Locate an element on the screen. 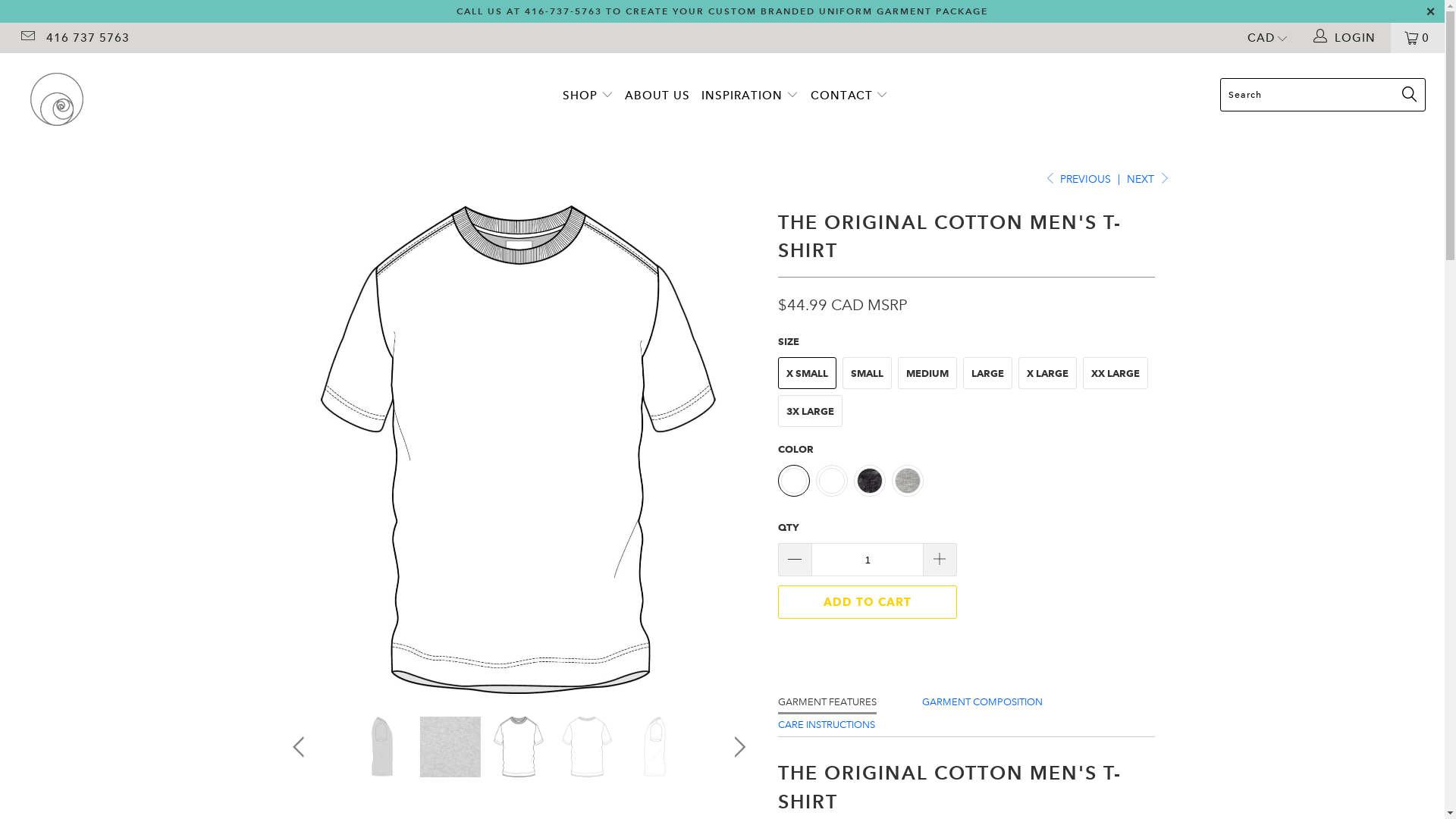 The height and width of the screenshot is (819, 1456). 'PREVIOUS' is located at coordinates (1076, 177).